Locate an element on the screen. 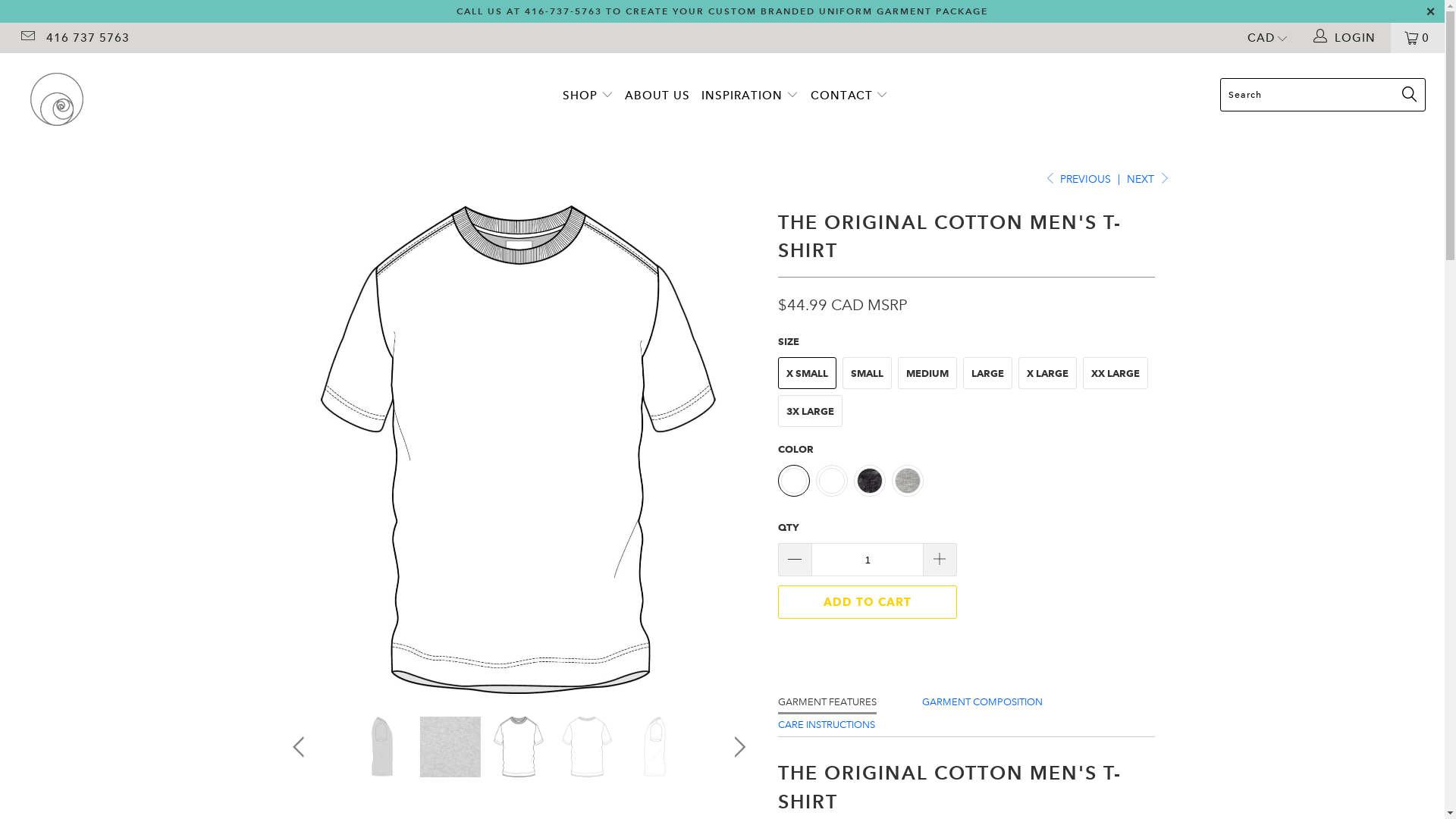 The height and width of the screenshot is (819, 1456). 'PREVIOUS' is located at coordinates (1076, 177).